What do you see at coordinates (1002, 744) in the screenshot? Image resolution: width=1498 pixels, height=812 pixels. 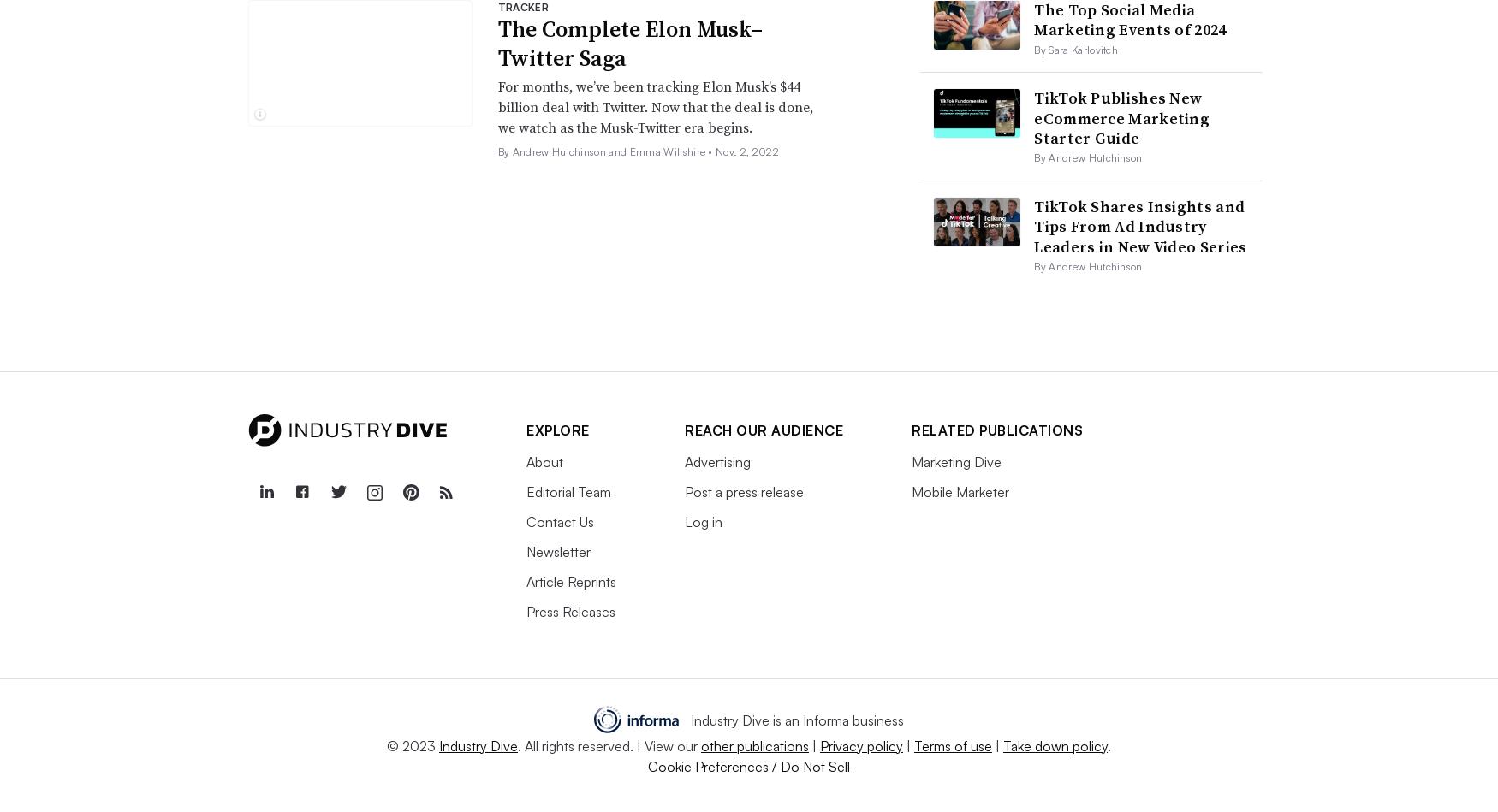 I see `'Take down policy'` at bounding box center [1002, 744].